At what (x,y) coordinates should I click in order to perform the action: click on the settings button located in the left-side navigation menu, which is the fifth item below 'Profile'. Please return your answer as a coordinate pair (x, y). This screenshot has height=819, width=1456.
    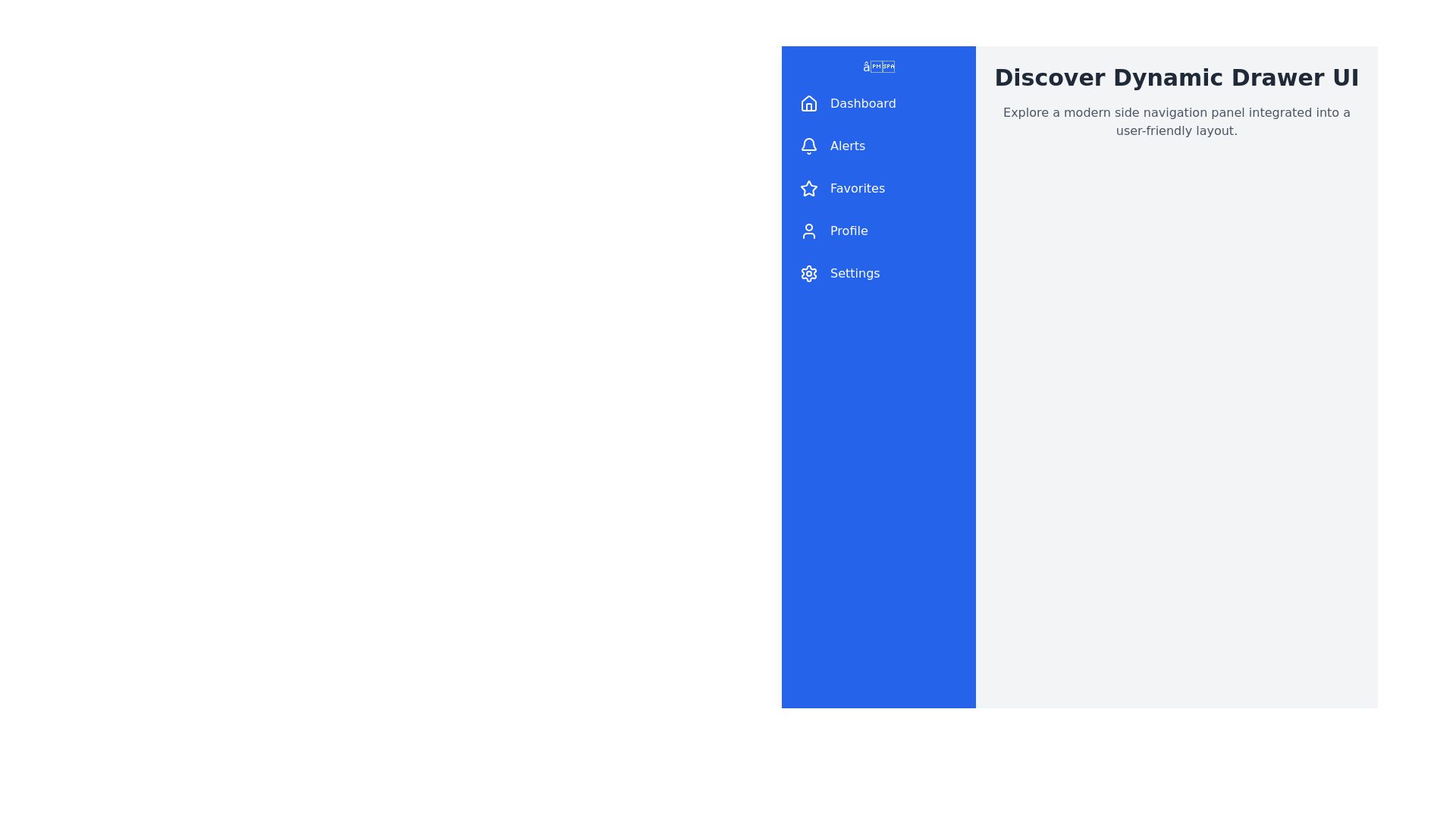
    Looking at the image, I should click on (878, 274).